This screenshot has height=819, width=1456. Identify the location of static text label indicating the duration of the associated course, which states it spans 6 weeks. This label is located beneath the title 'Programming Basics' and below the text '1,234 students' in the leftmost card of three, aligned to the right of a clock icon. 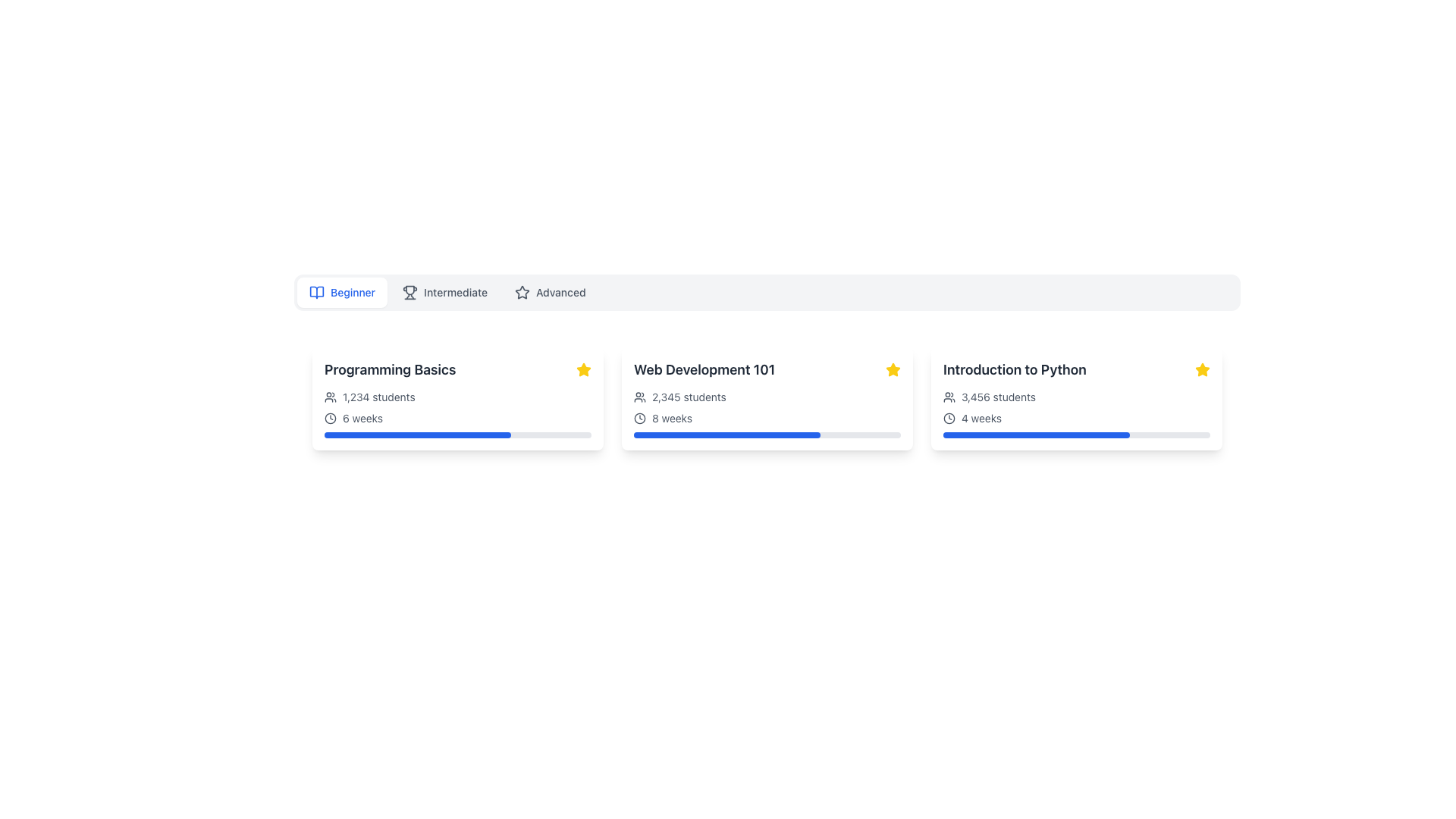
(362, 418).